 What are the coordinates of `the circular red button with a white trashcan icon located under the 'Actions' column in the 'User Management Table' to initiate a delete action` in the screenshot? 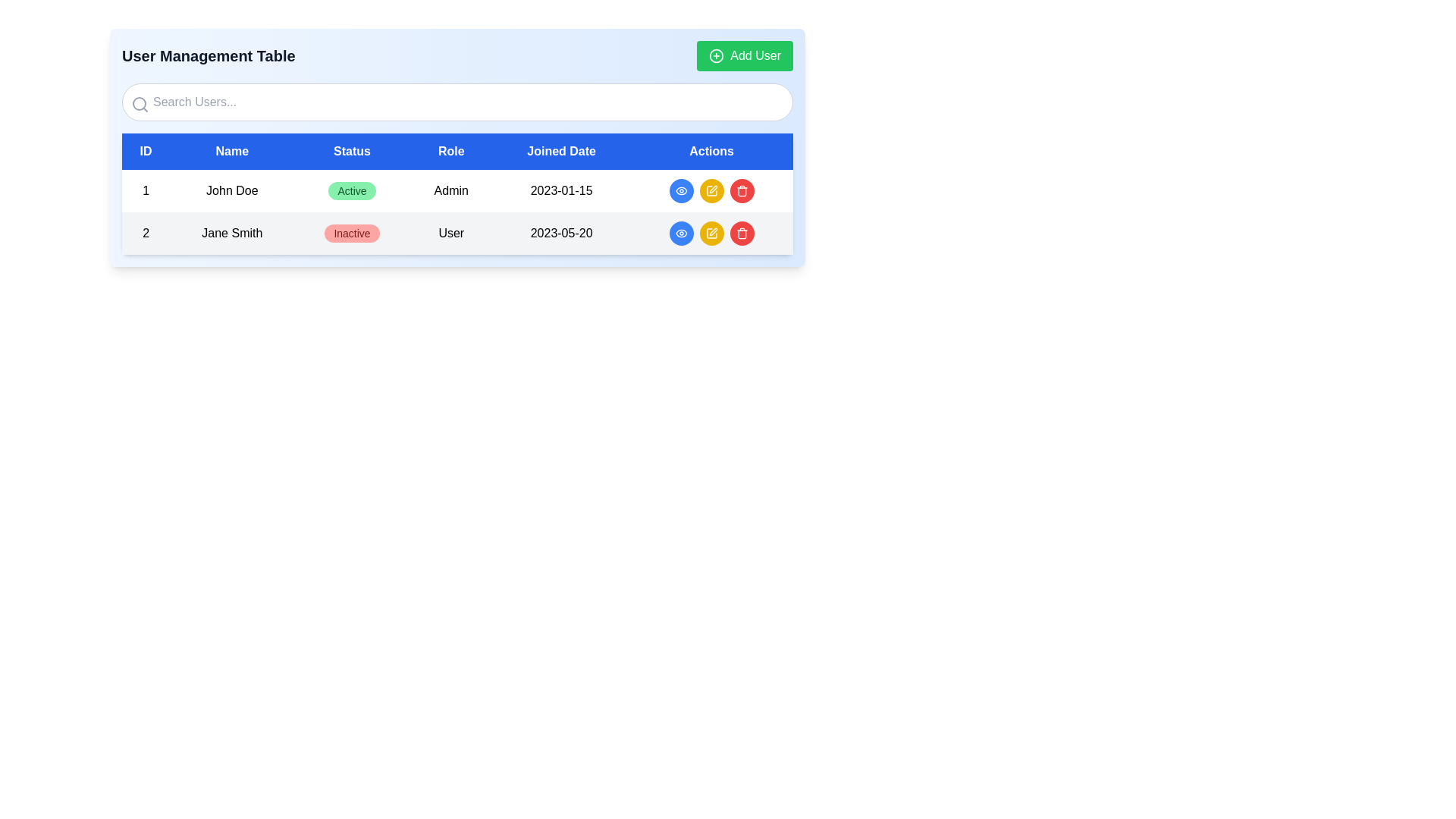 It's located at (742, 190).